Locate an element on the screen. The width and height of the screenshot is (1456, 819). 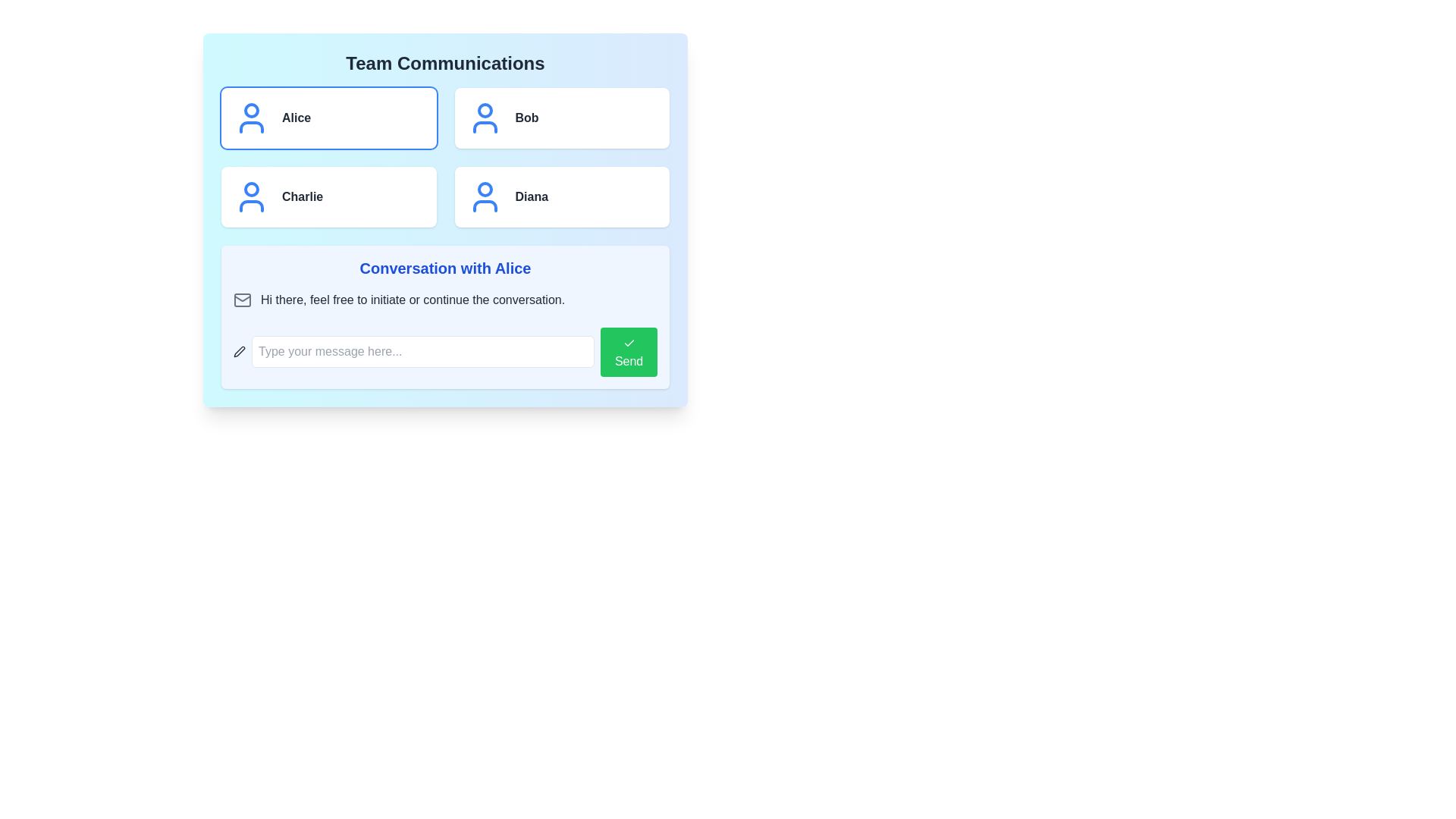
the user icon associated with the 'Bob' button located in the top row, second column of the 'Team Communications' grid is located at coordinates (484, 117).